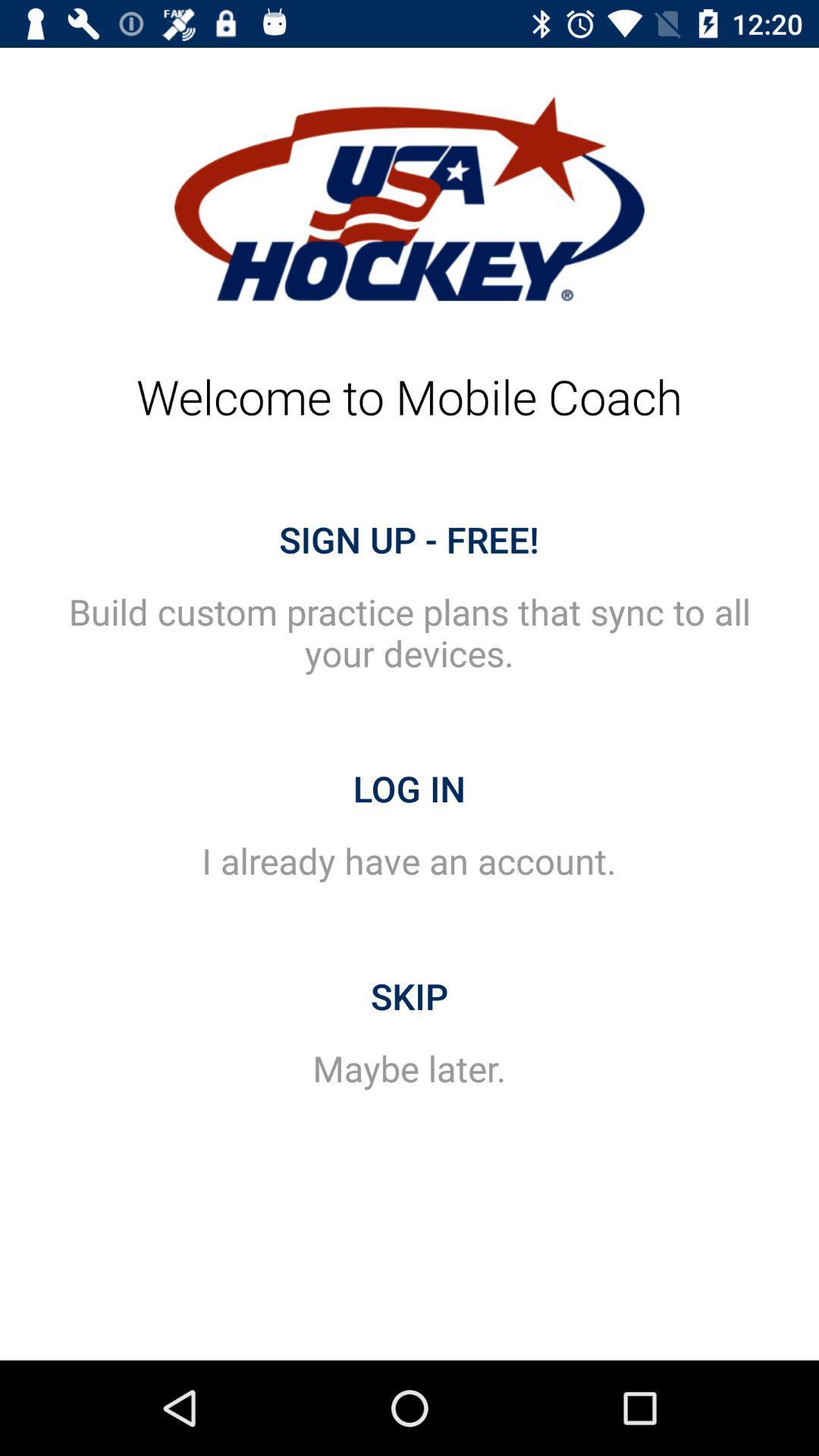 This screenshot has height=1456, width=819. Describe the element at coordinates (409, 789) in the screenshot. I see `the icon above i already have item` at that location.